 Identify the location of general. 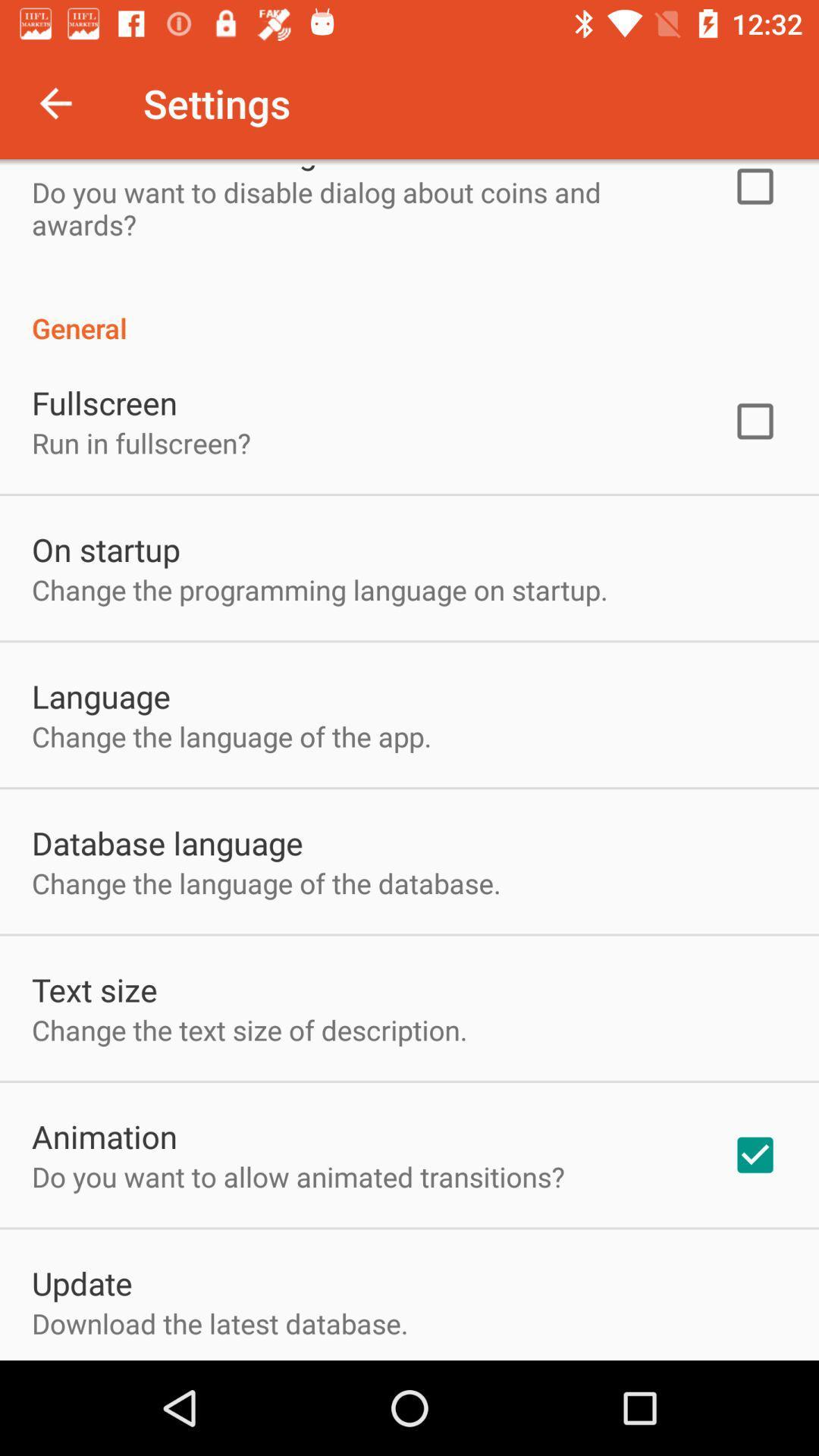
(409, 311).